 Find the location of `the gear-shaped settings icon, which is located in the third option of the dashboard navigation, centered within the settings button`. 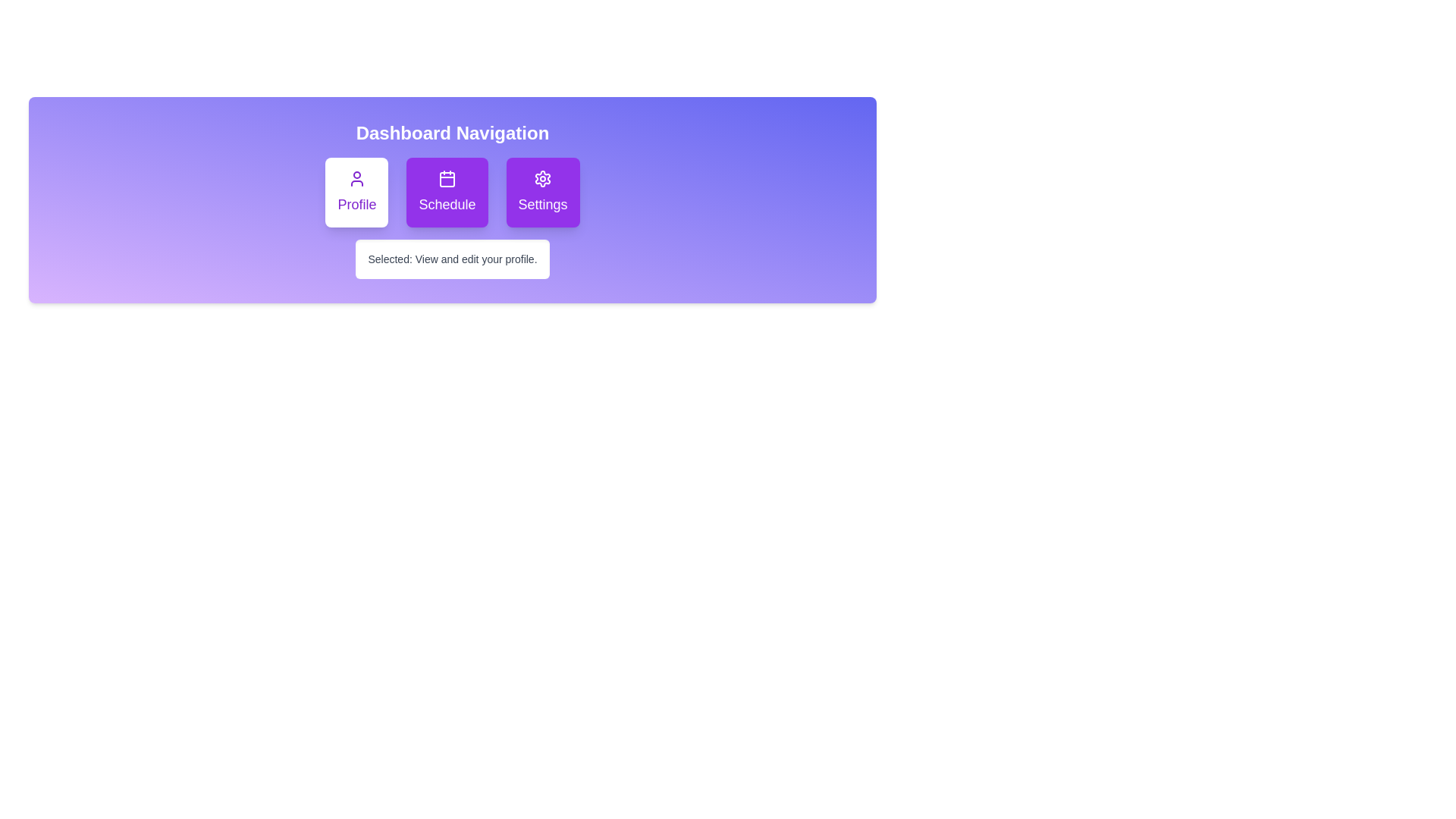

the gear-shaped settings icon, which is located in the third option of the dashboard navigation, centered within the settings button is located at coordinates (542, 177).